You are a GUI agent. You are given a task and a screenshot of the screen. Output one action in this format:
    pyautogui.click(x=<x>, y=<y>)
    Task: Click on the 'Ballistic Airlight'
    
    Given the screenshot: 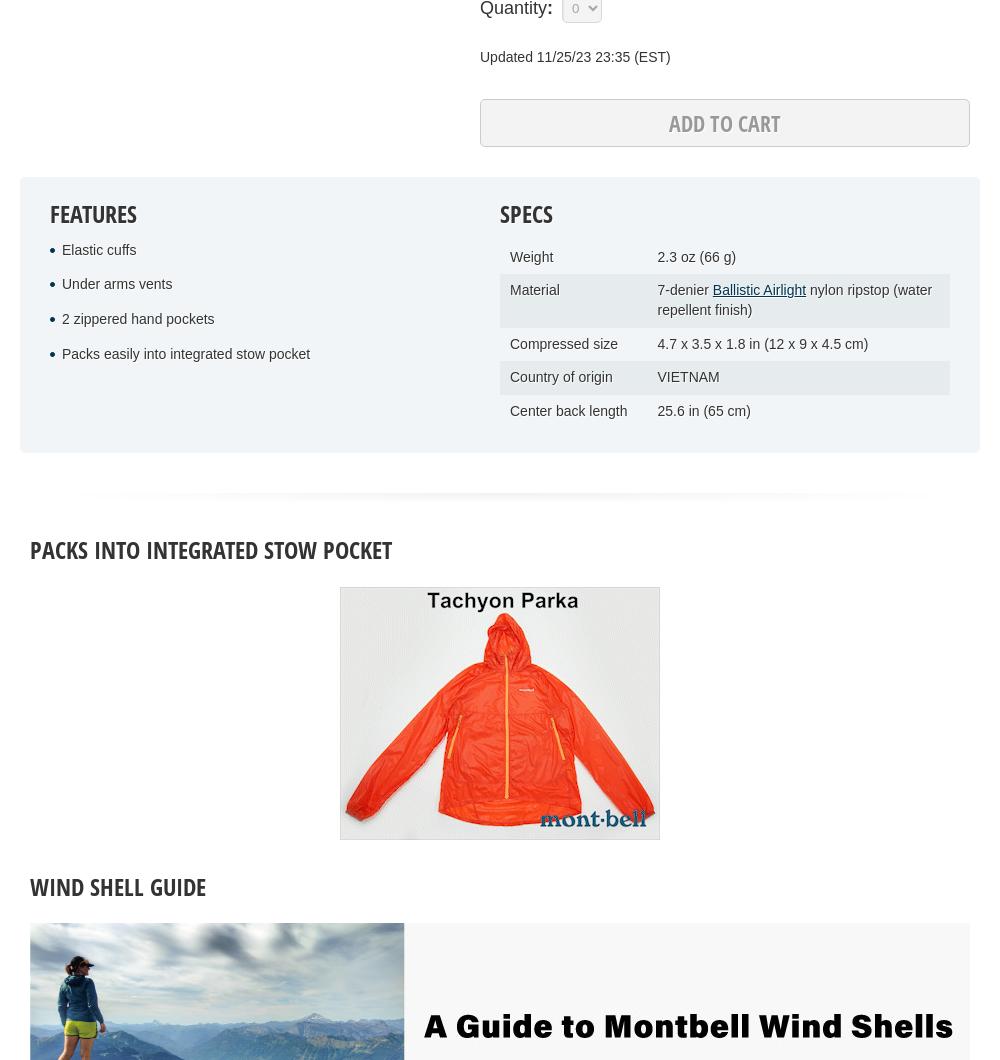 What is the action you would take?
    pyautogui.click(x=759, y=290)
    